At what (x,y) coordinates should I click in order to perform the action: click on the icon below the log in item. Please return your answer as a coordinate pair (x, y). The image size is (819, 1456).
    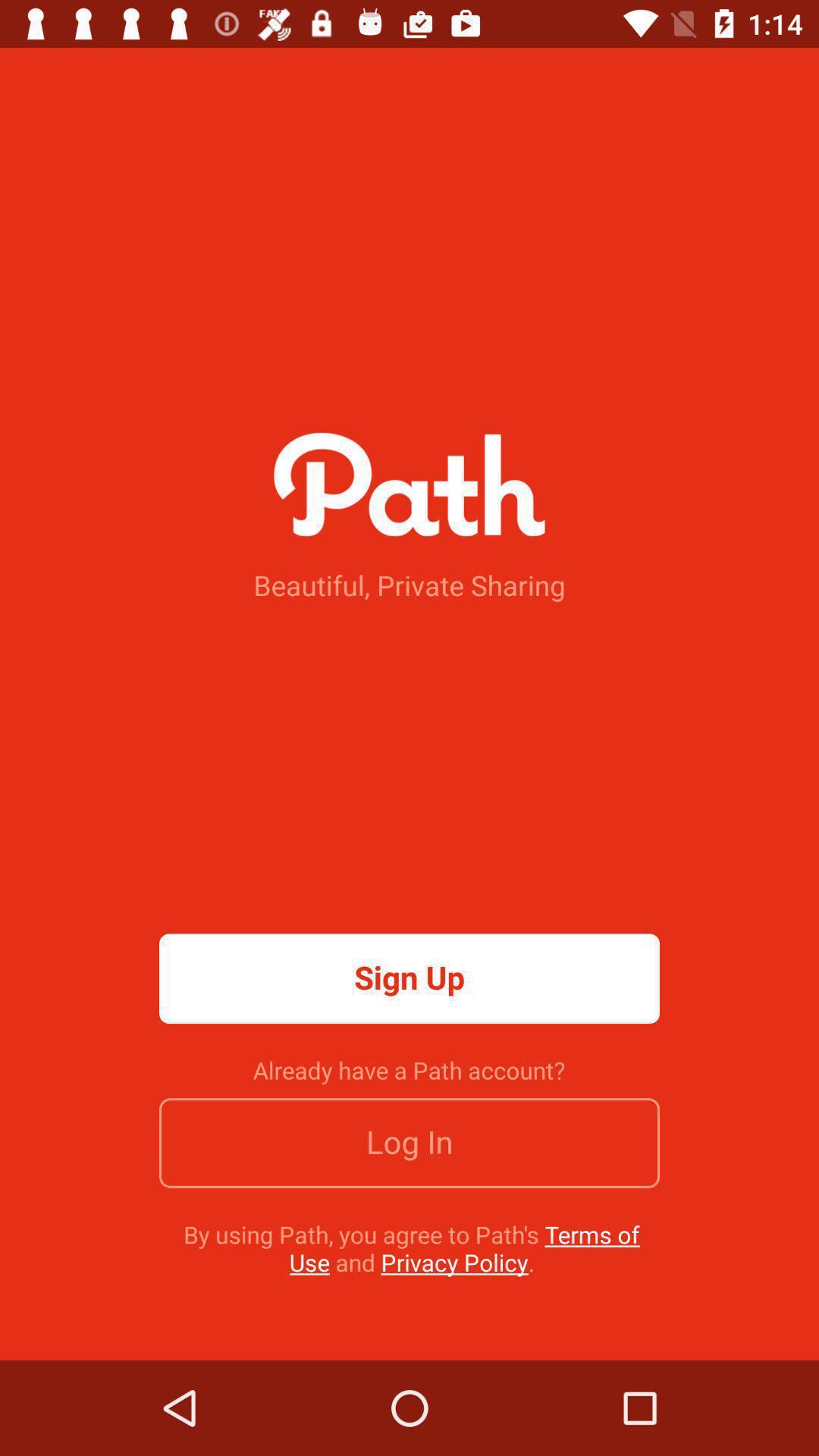
    Looking at the image, I should click on (412, 1248).